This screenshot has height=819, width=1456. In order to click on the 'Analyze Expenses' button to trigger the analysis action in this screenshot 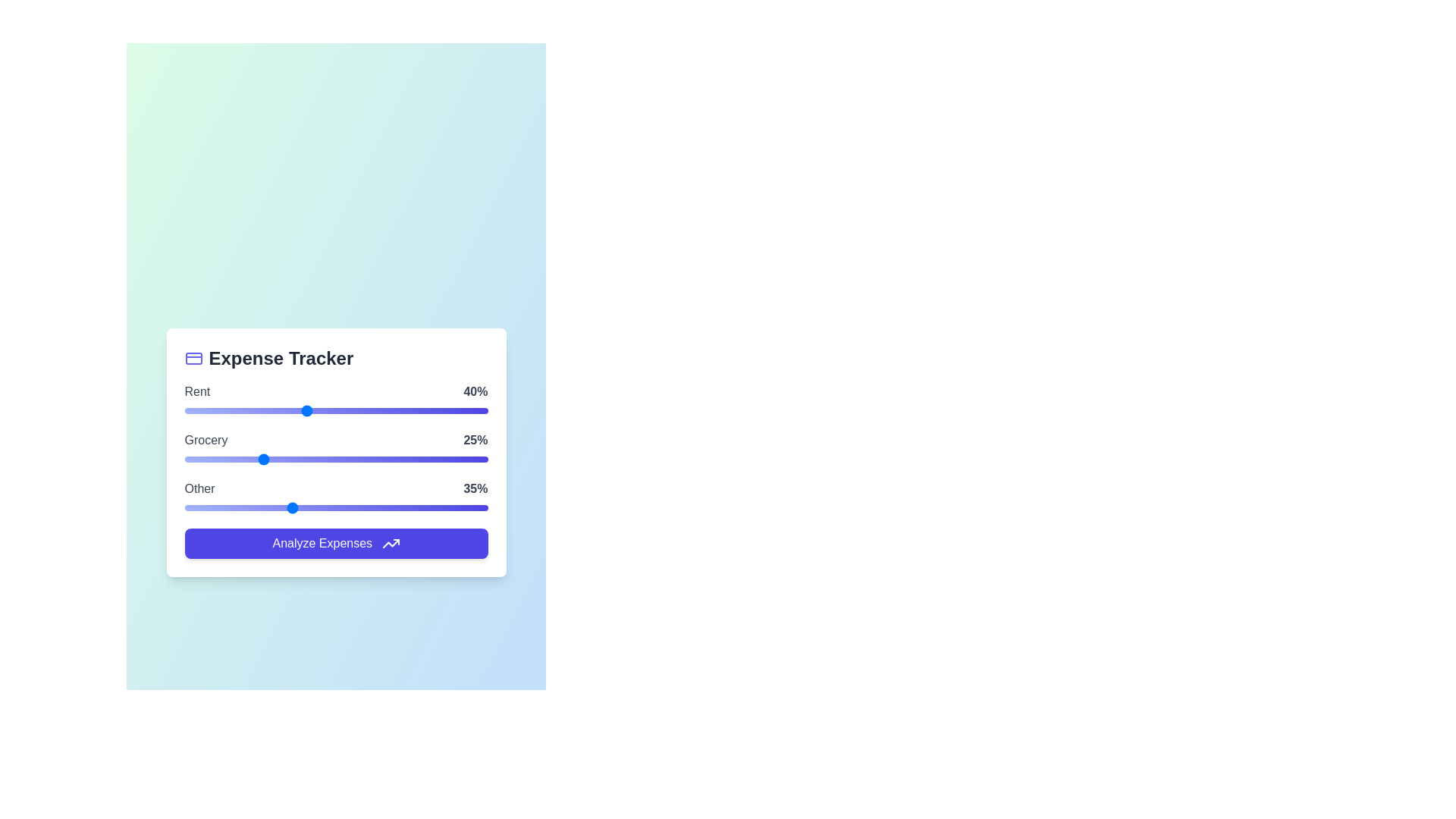, I will do `click(335, 543)`.